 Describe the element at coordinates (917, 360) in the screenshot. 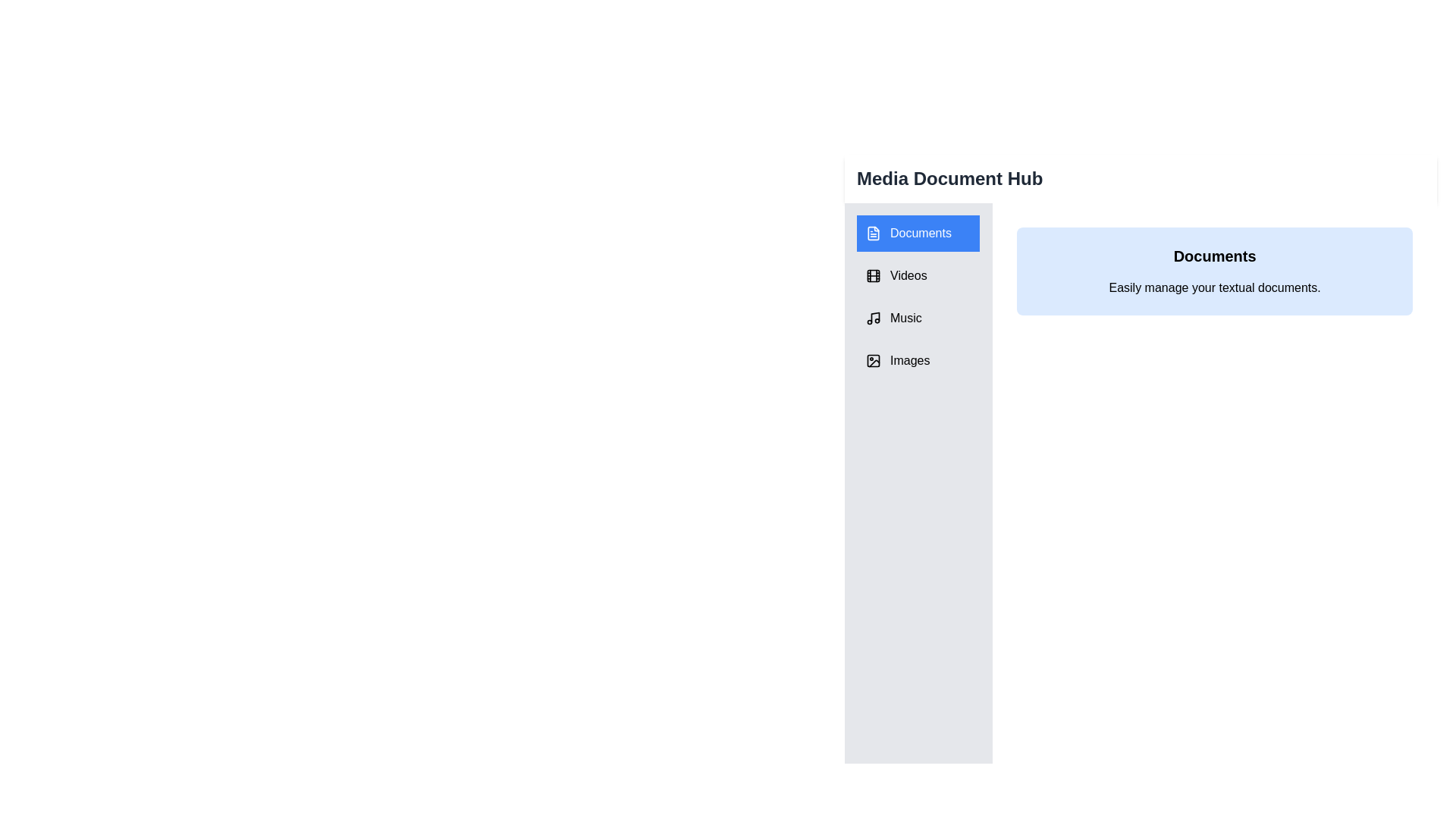

I see `the Images tab to view its content` at that location.